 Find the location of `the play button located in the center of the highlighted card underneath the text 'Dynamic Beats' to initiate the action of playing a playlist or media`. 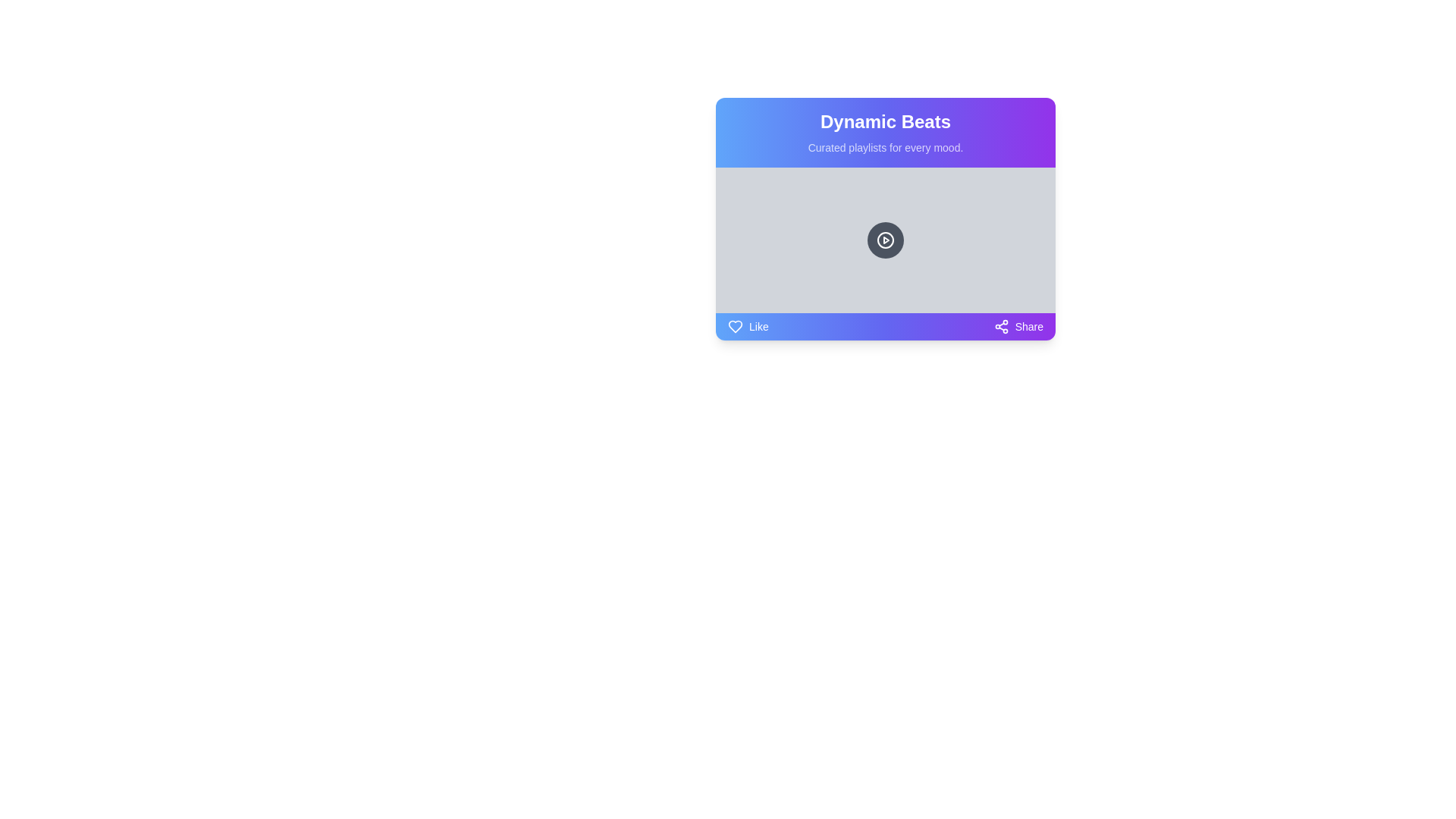

the play button located in the center of the highlighted card underneath the text 'Dynamic Beats' to initiate the action of playing a playlist or media is located at coordinates (885, 219).